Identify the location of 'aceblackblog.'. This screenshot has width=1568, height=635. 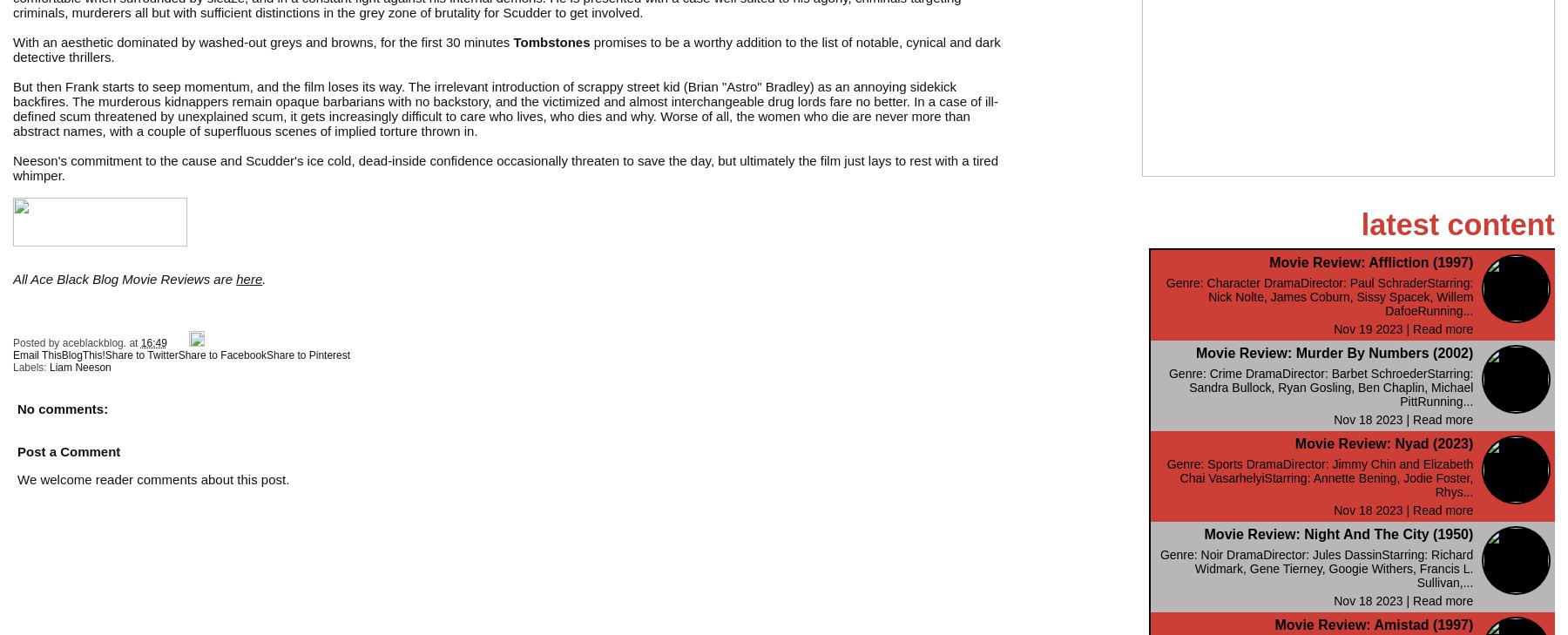
(93, 342).